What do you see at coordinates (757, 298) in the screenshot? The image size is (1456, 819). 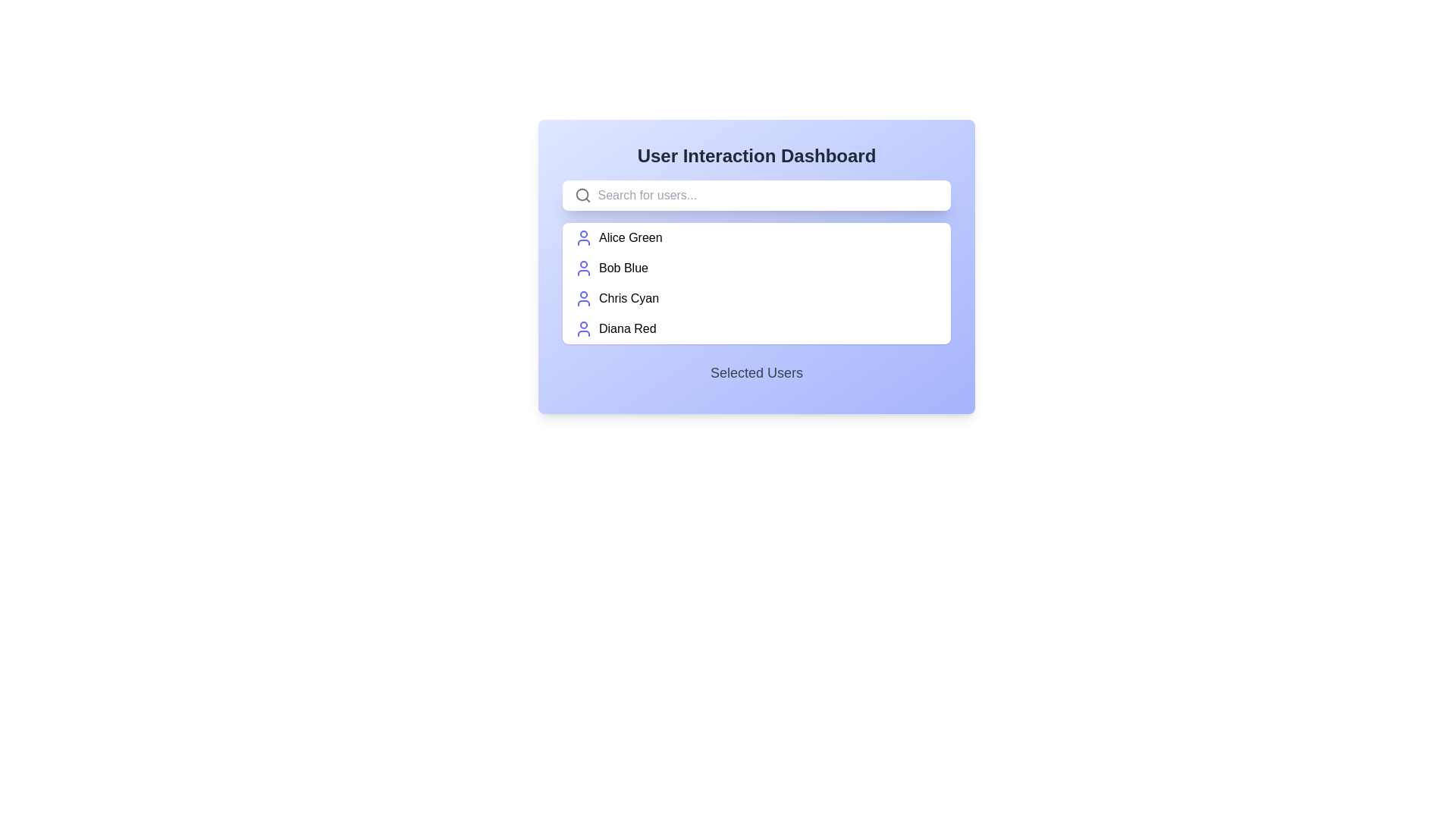 I see `to select the third item in the user list or menu option, positioned below 'Bob Blue' and above 'Diana Red'` at bounding box center [757, 298].